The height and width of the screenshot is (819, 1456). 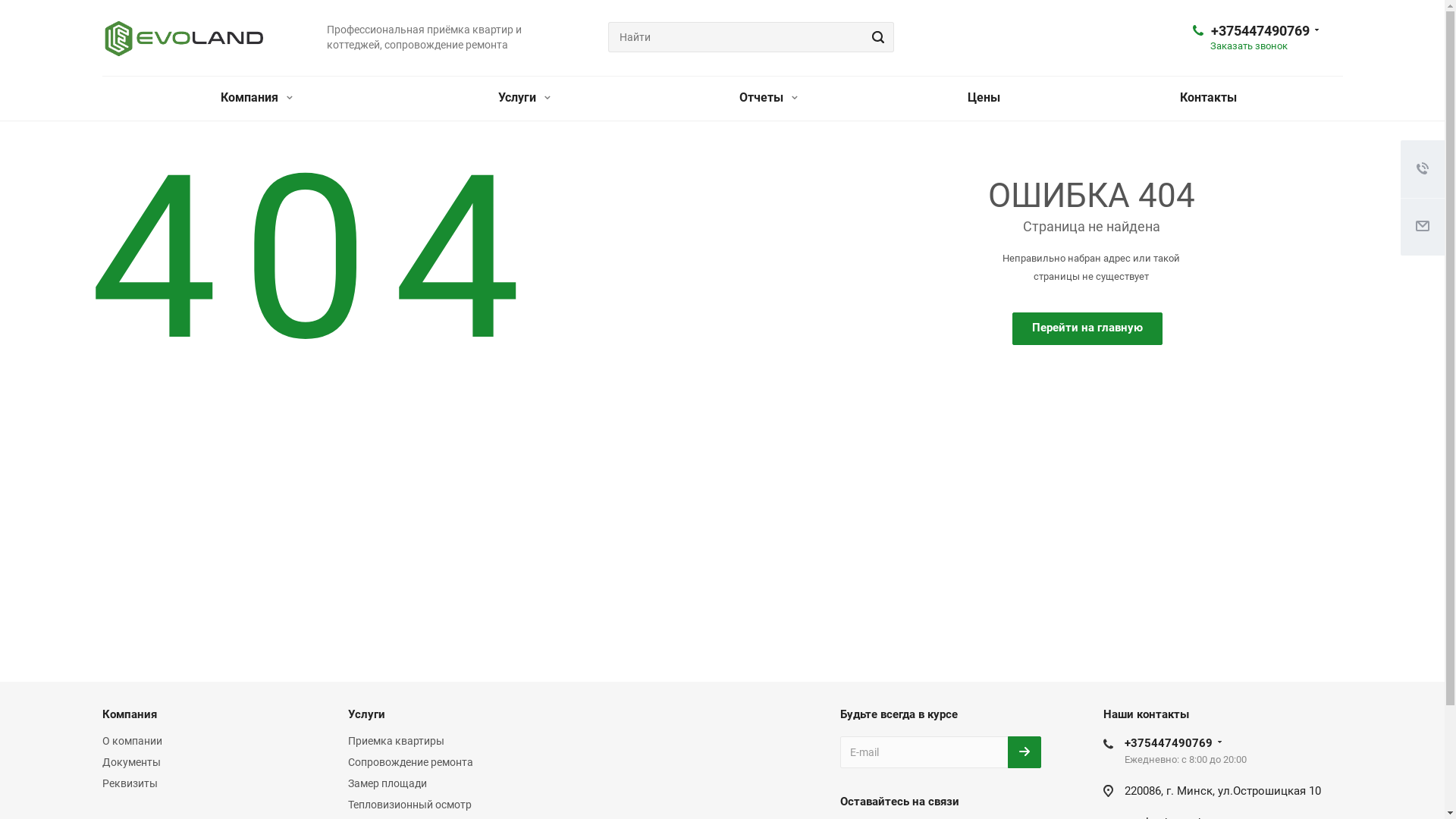 What do you see at coordinates (1167, 742) in the screenshot?
I see `'+375447490769'` at bounding box center [1167, 742].